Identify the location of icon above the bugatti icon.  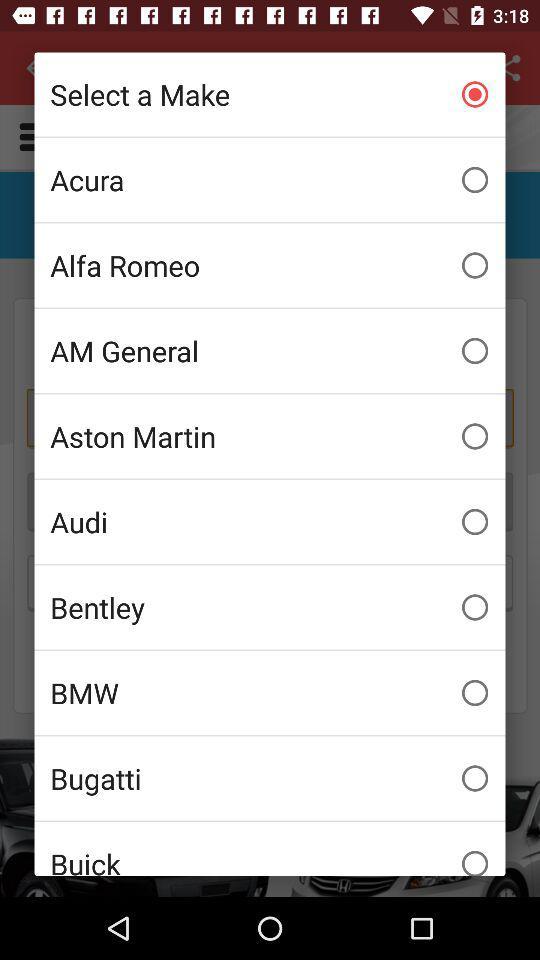
(270, 693).